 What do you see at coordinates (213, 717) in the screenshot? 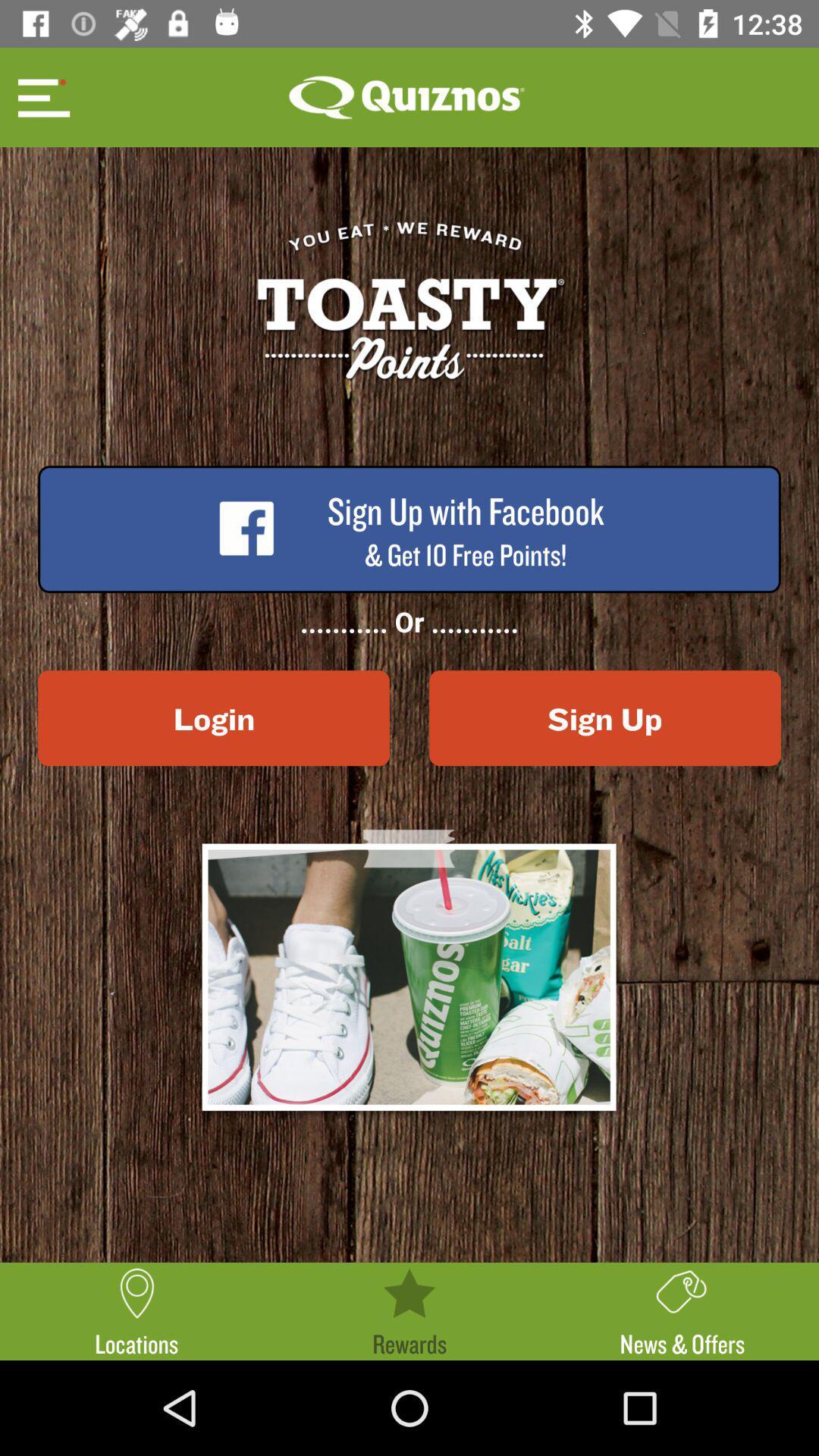
I see `the login icon` at bounding box center [213, 717].